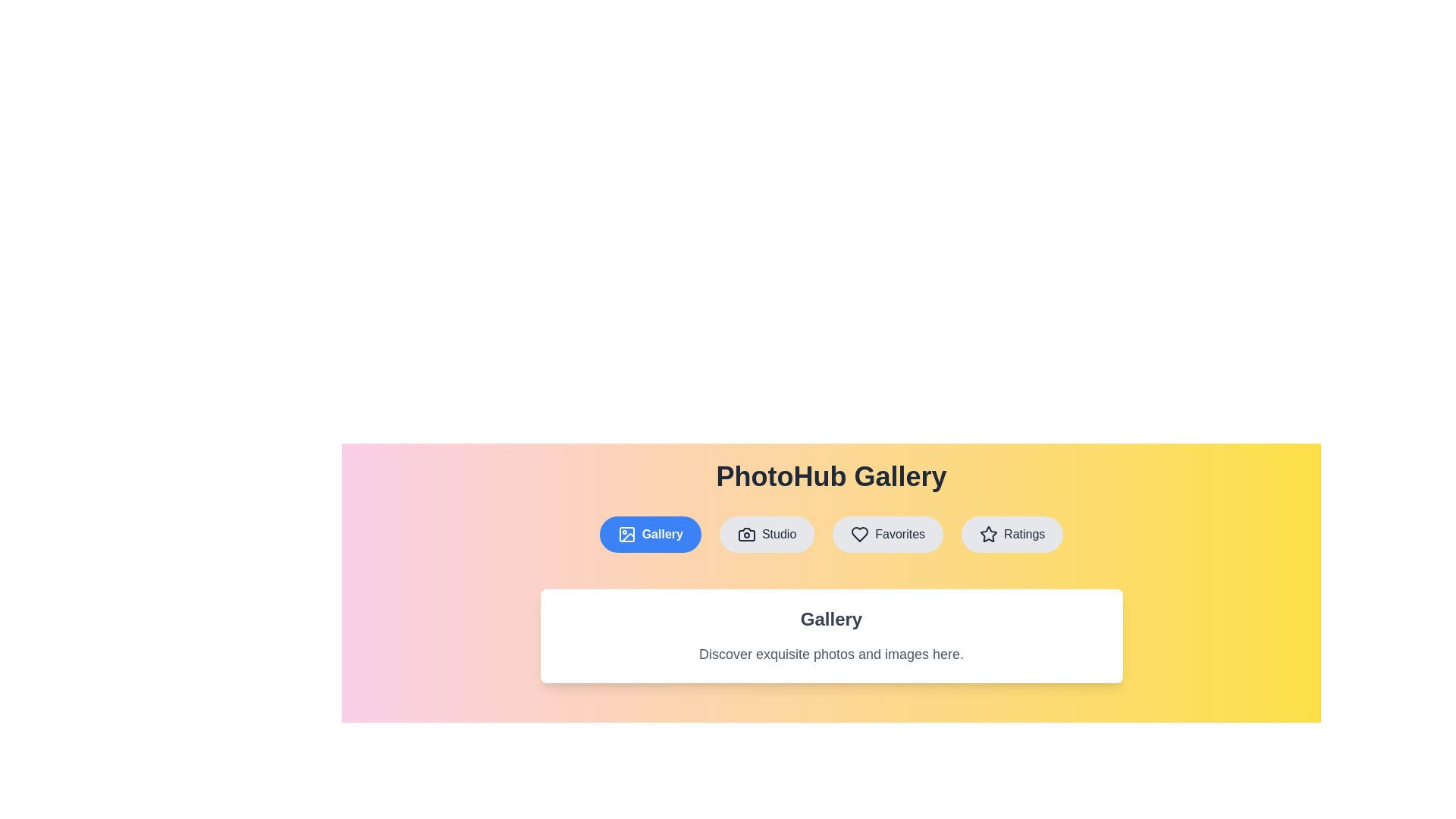 The image size is (1456, 819). Describe the element at coordinates (767, 534) in the screenshot. I see `the tab labeled Studio to switch to the corresponding view` at that location.